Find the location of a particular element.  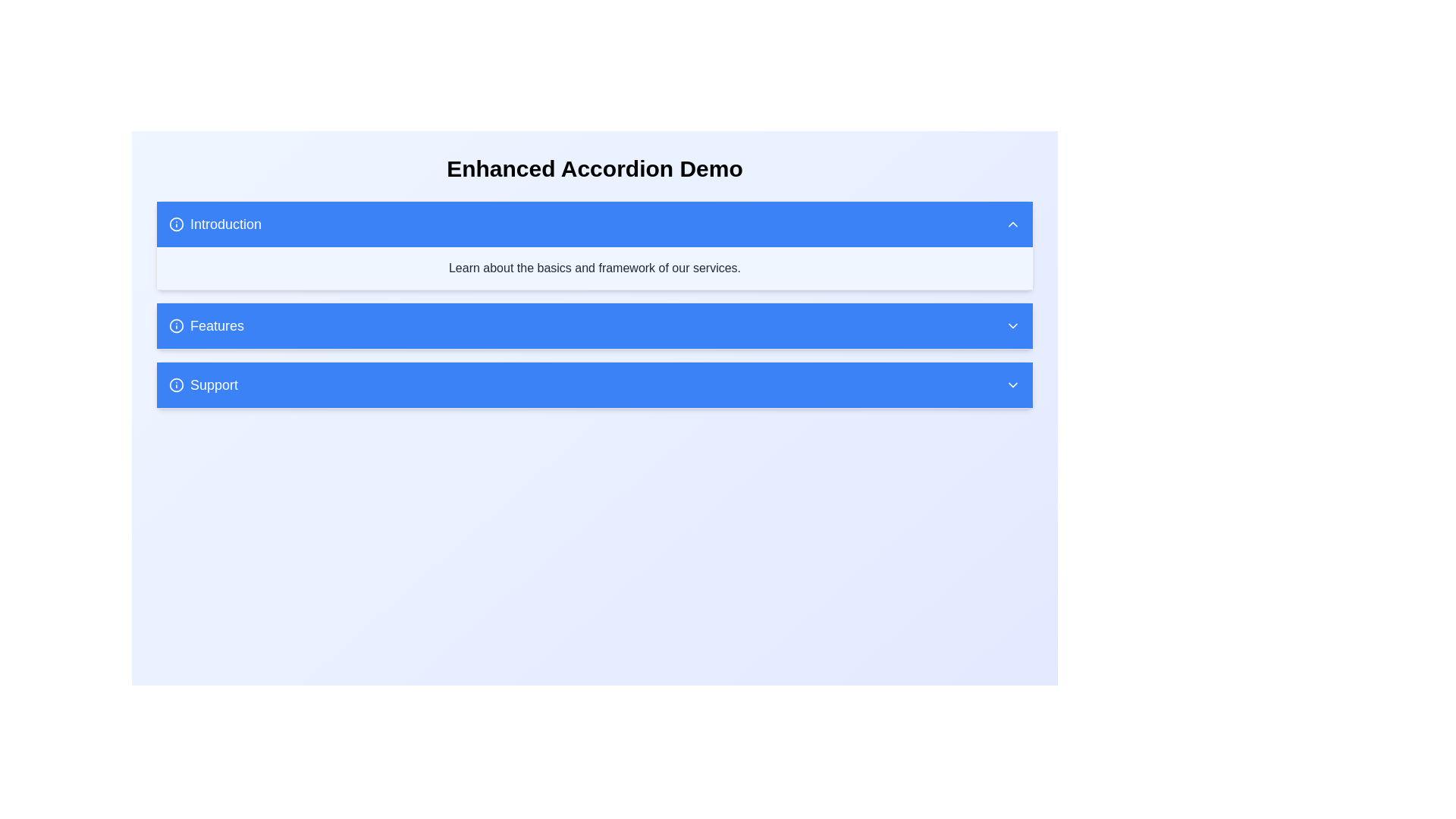

the Text Header displaying 'Enhanced Accordion Demo', which is a bold, large-sized, centered text at the top of the interface is located at coordinates (594, 169).